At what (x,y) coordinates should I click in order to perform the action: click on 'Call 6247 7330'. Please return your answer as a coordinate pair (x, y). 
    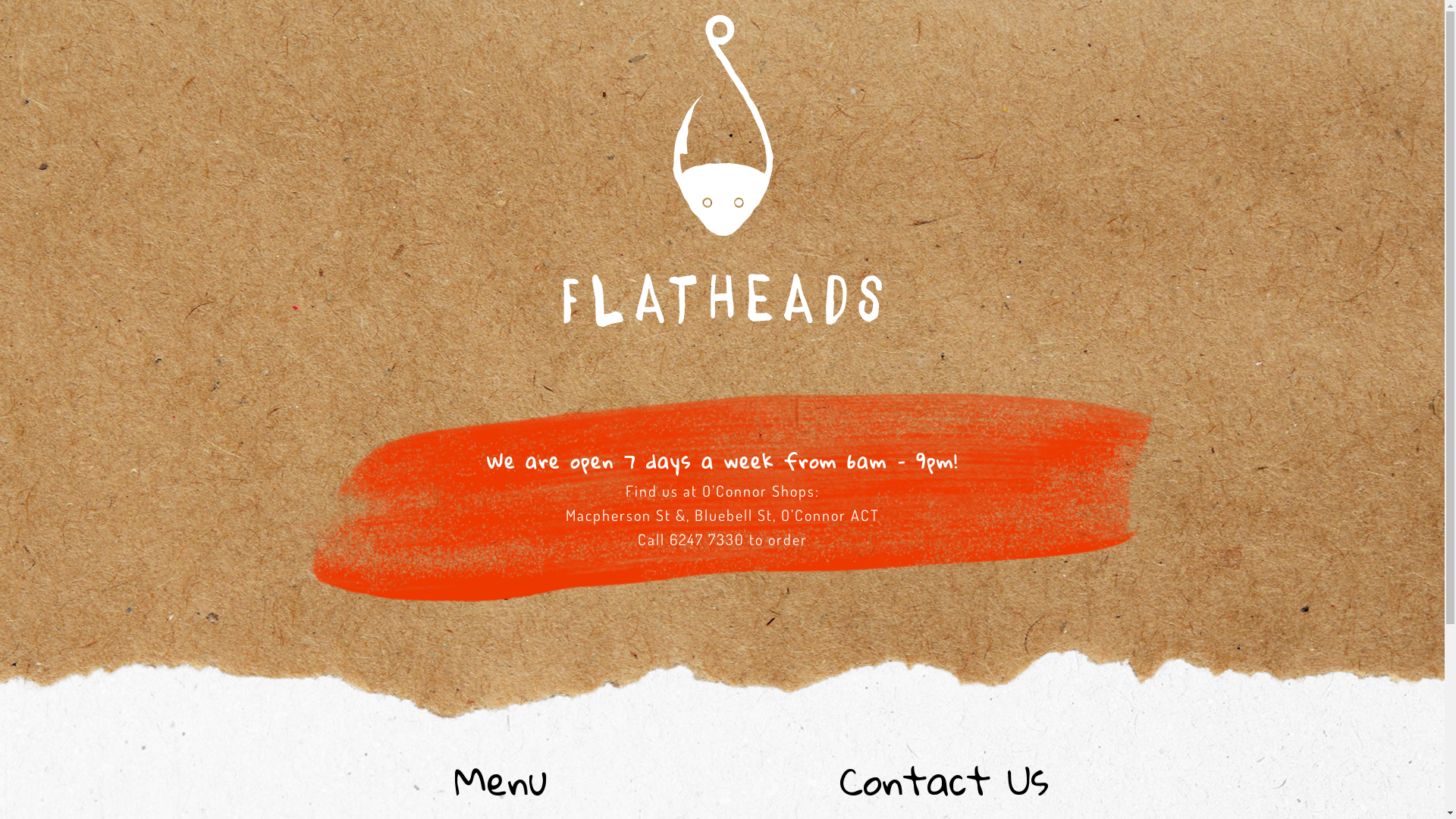
    Looking at the image, I should click on (689, 538).